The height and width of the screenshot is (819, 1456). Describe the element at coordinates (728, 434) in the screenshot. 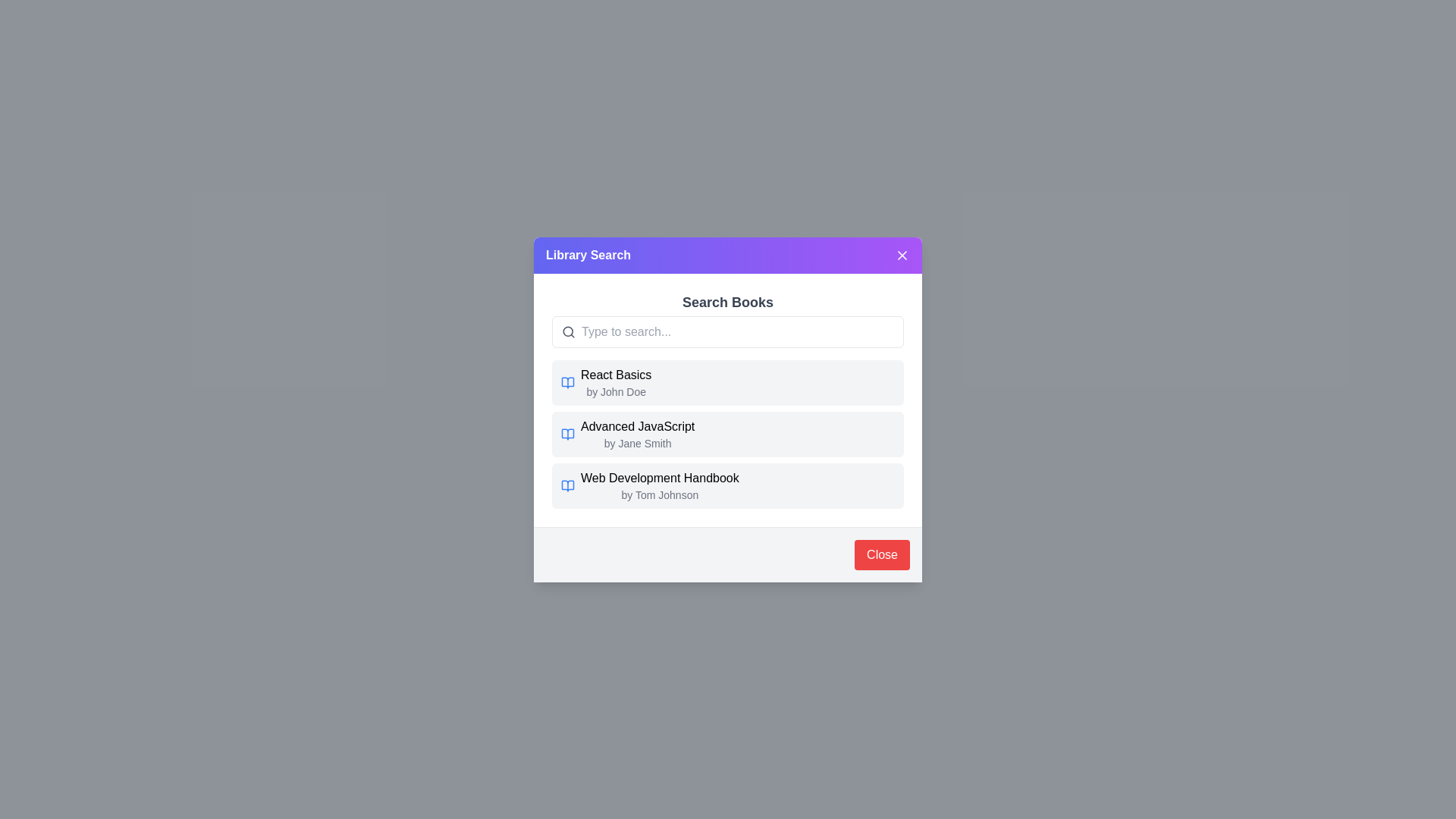

I see `the list item for the book titled 'Advanced JavaScript' by Jane Smith` at that location.